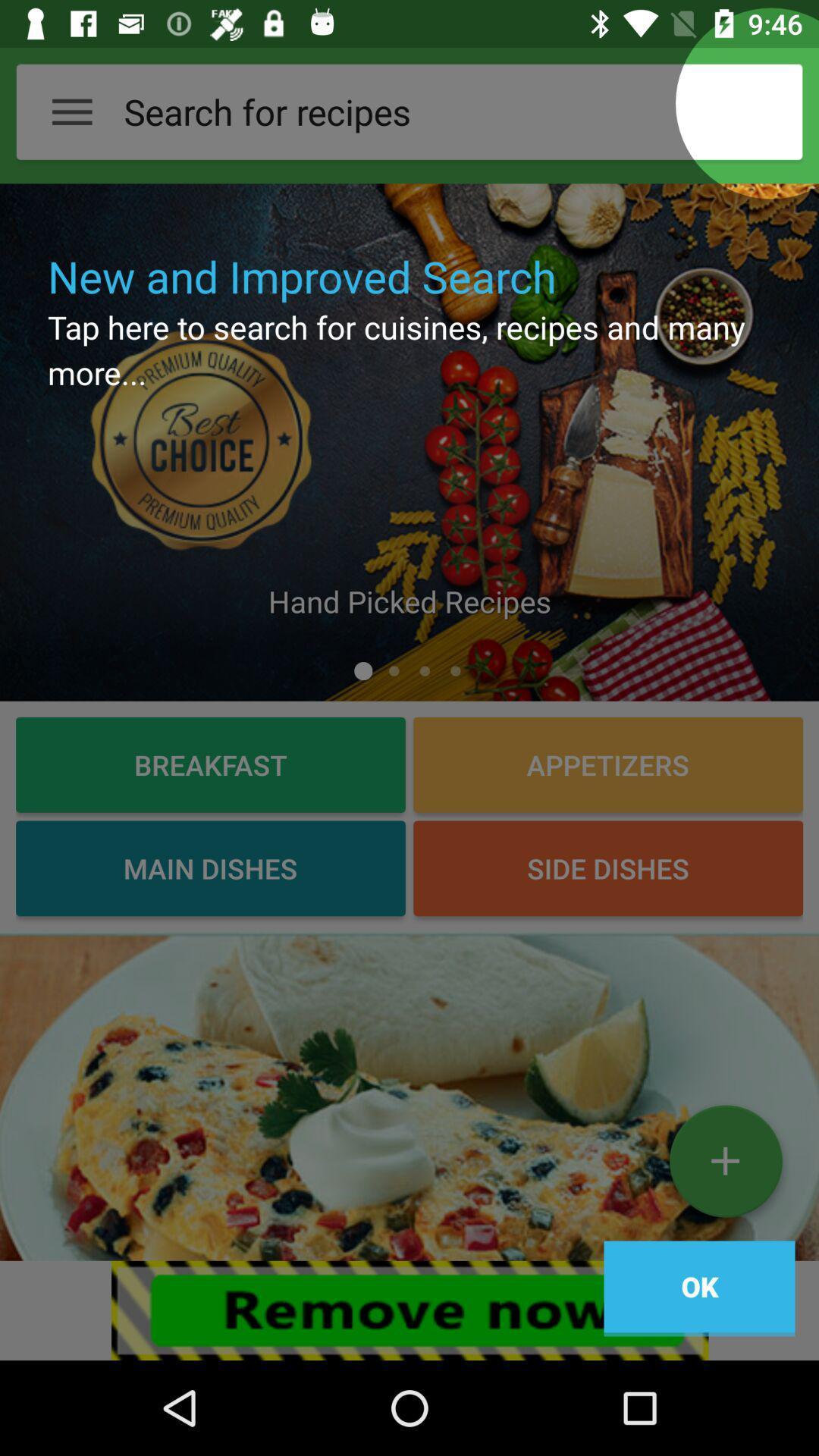 This screenshot has height=1456, width=819. I want to click on click the add option, so click(724, 1166).